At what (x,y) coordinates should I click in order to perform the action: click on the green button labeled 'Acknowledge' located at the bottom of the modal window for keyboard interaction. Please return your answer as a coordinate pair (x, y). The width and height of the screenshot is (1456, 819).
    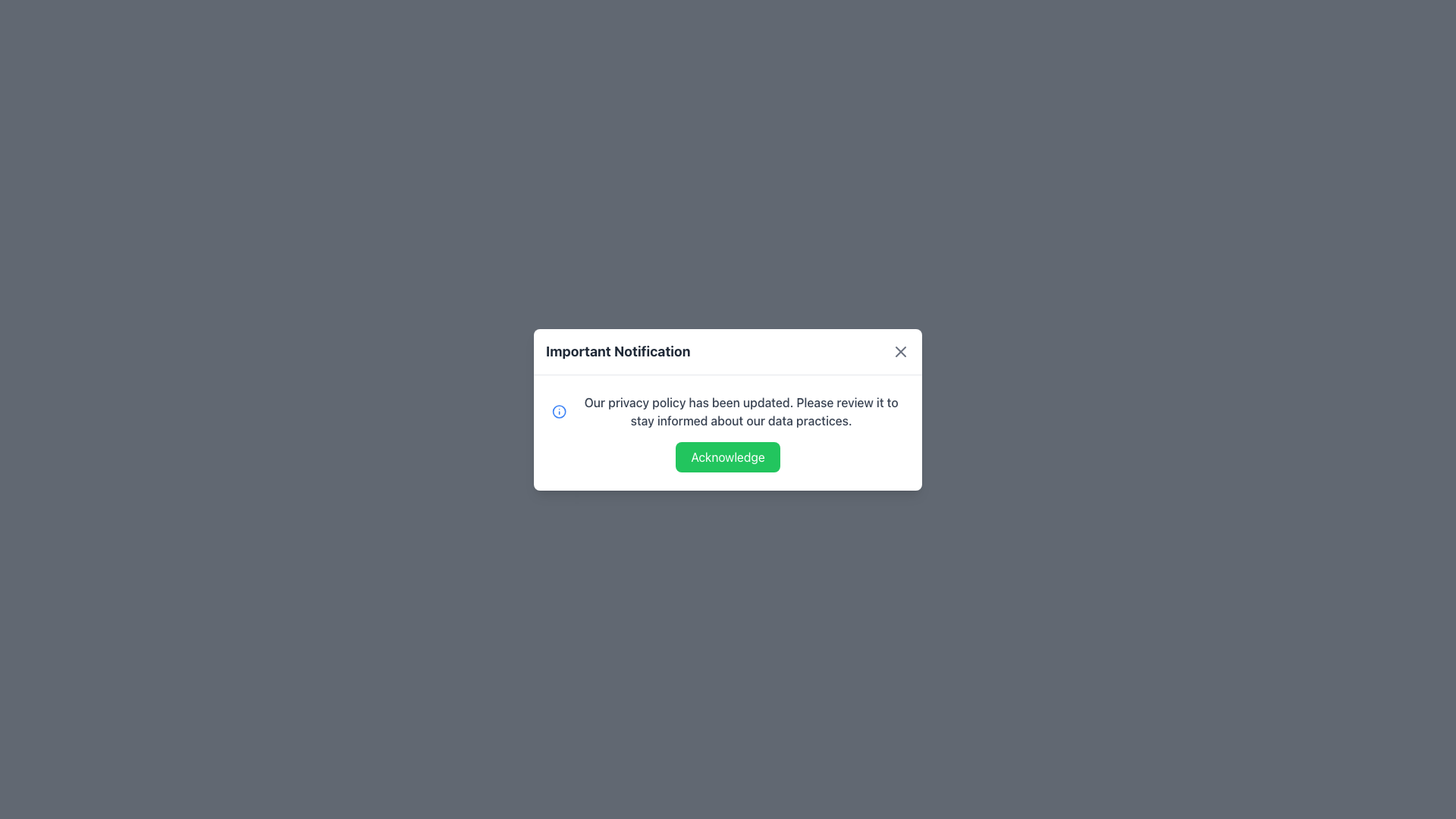
    Looking at the image, I should click on (728, 456).